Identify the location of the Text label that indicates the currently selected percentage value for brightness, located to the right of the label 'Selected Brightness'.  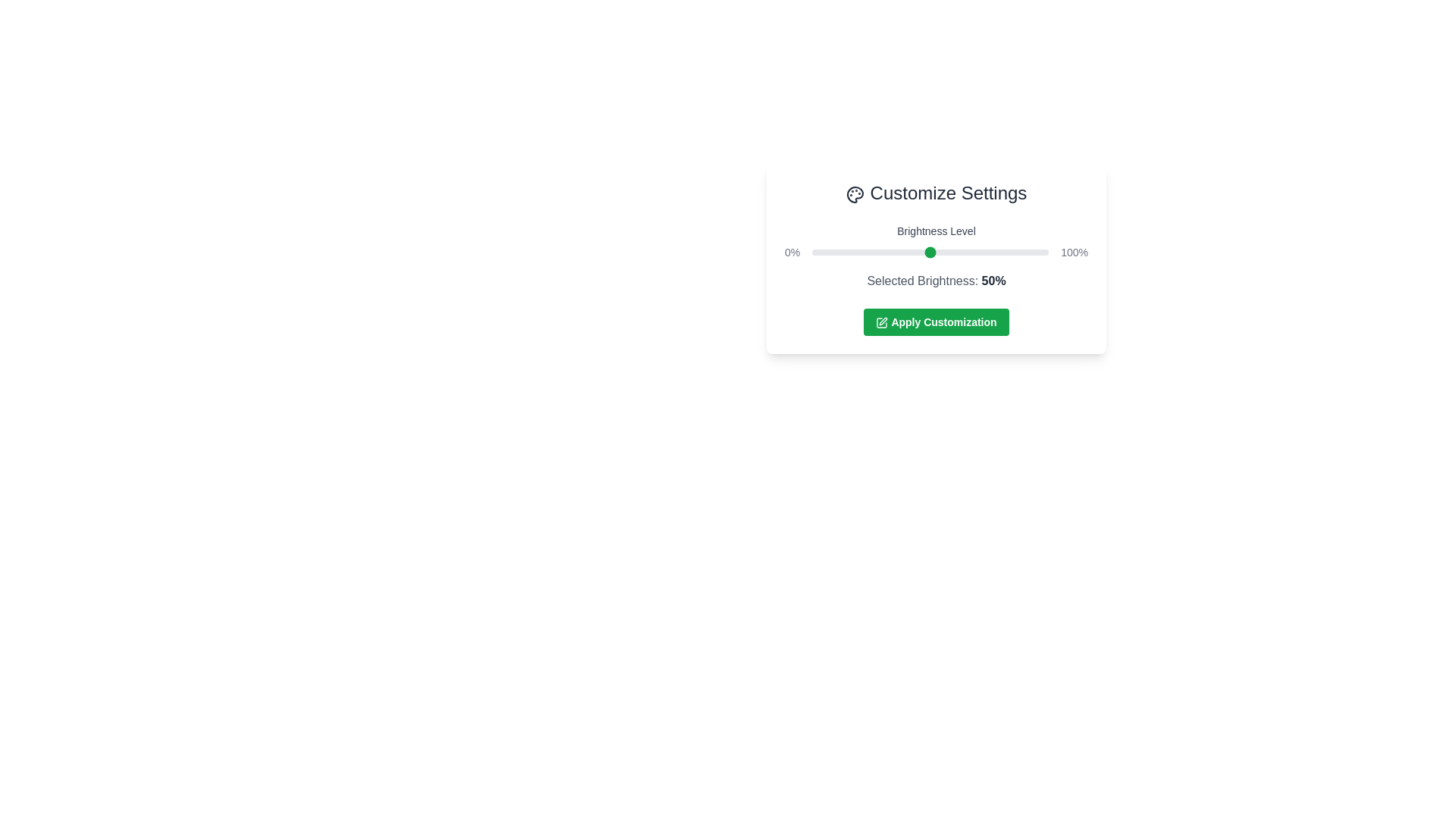
(993, 281).